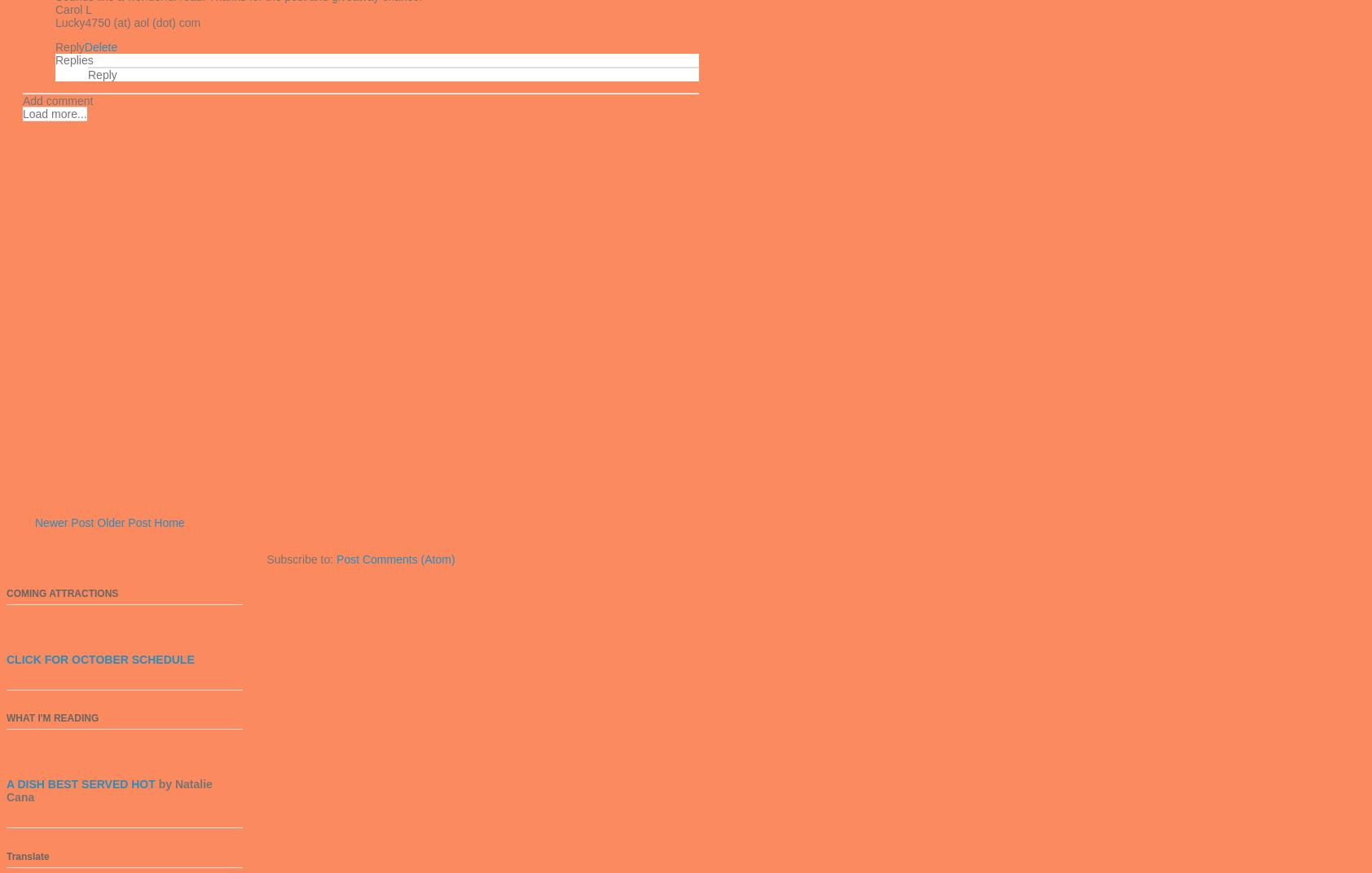 This screenshot has width=1372, height=873. Describe the element at coordinates (73, 9) in the screenshot. I see `'Carol L'` at that location.